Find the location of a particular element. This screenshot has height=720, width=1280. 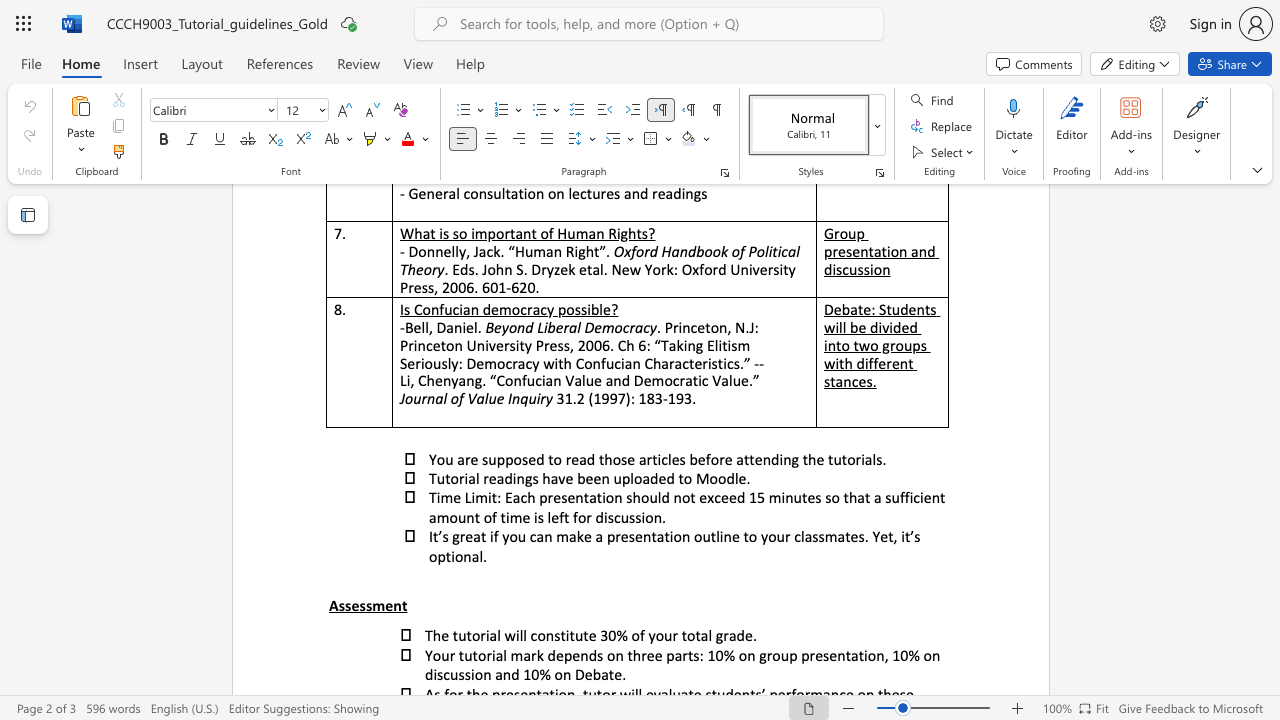

the subset text "adings have been uploaded to Mo" within the text "Tutorial readings have been uploaded to Moodle." is located at coordinates (496, 478).